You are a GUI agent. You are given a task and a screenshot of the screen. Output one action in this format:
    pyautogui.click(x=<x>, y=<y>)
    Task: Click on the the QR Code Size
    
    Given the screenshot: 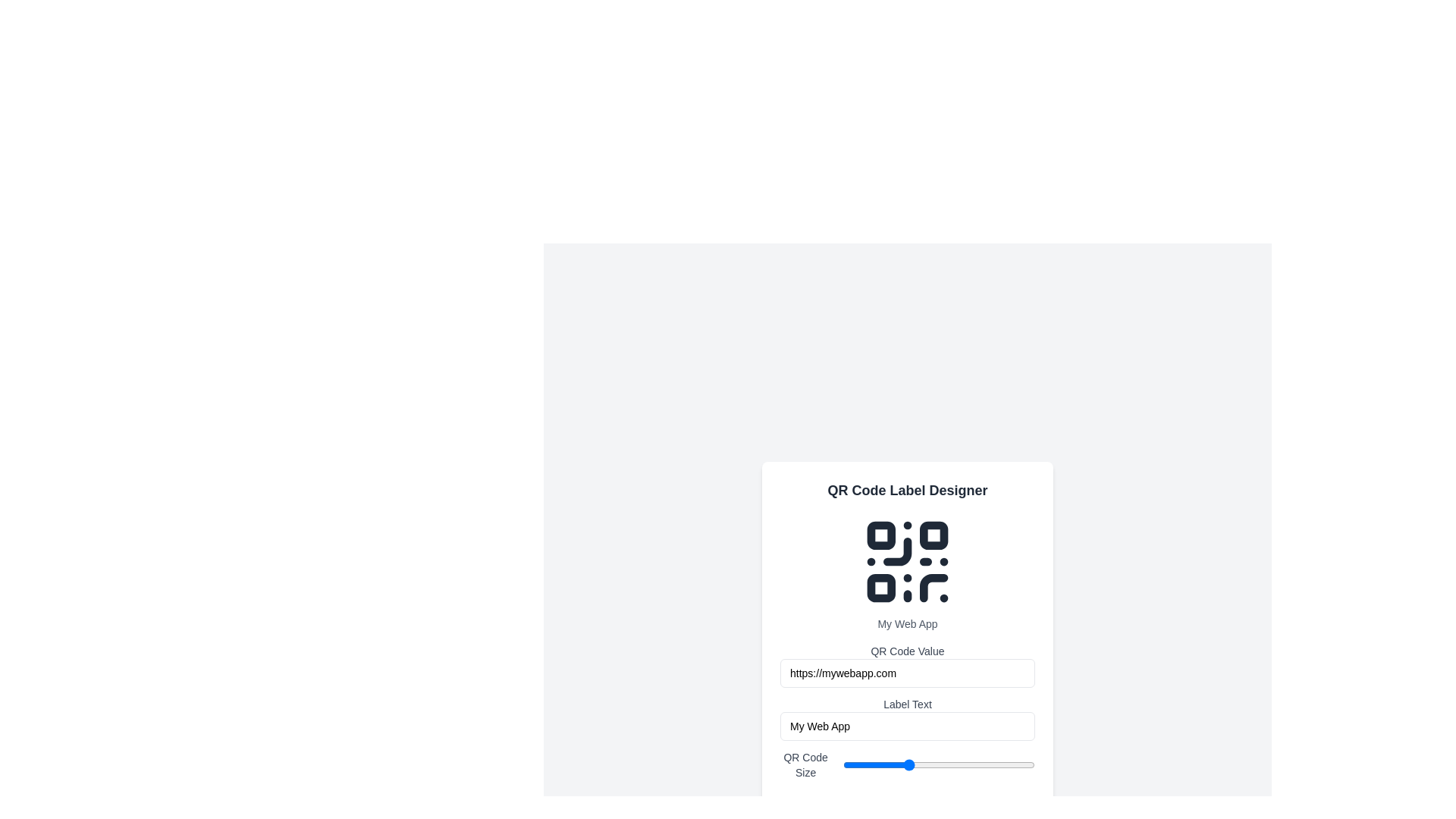 What is the action you would take?
    pyautogui.click(x=879, y=765)
    